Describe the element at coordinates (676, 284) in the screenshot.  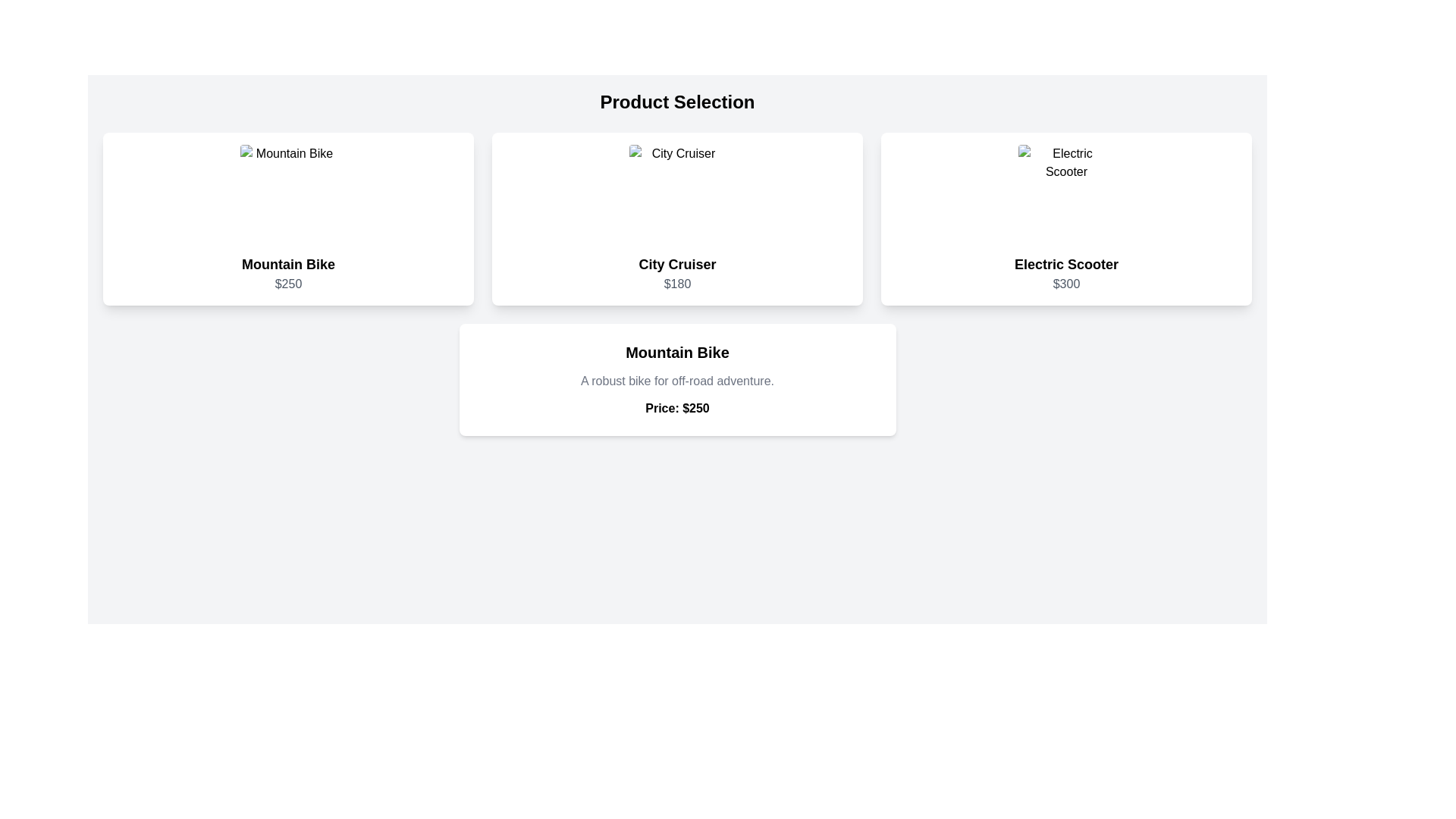
I see `the price tag displaying '$180' located centrally beneath the title 'City Cruiser' in the product card` at that location.